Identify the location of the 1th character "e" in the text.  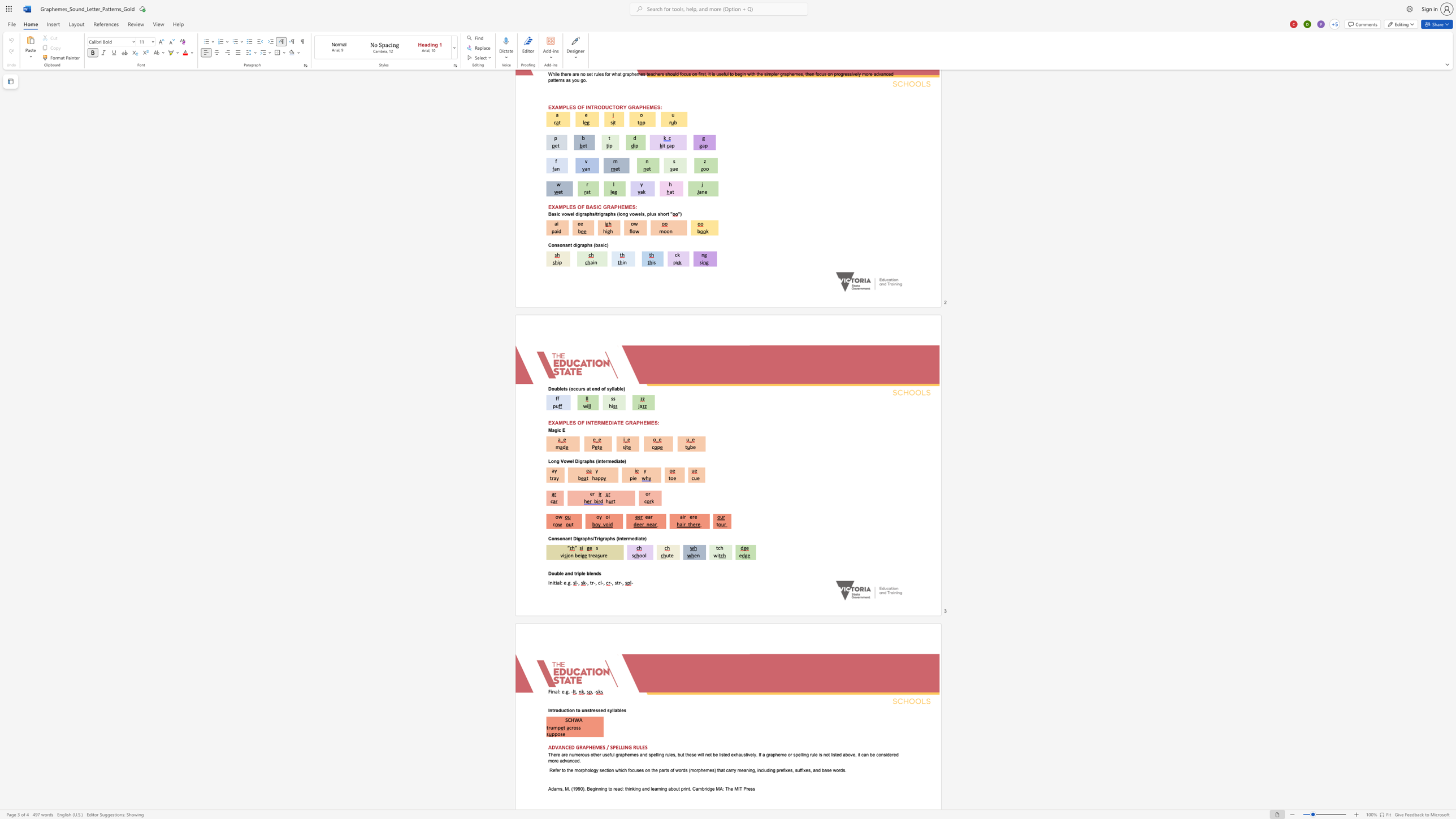
(554, 770).